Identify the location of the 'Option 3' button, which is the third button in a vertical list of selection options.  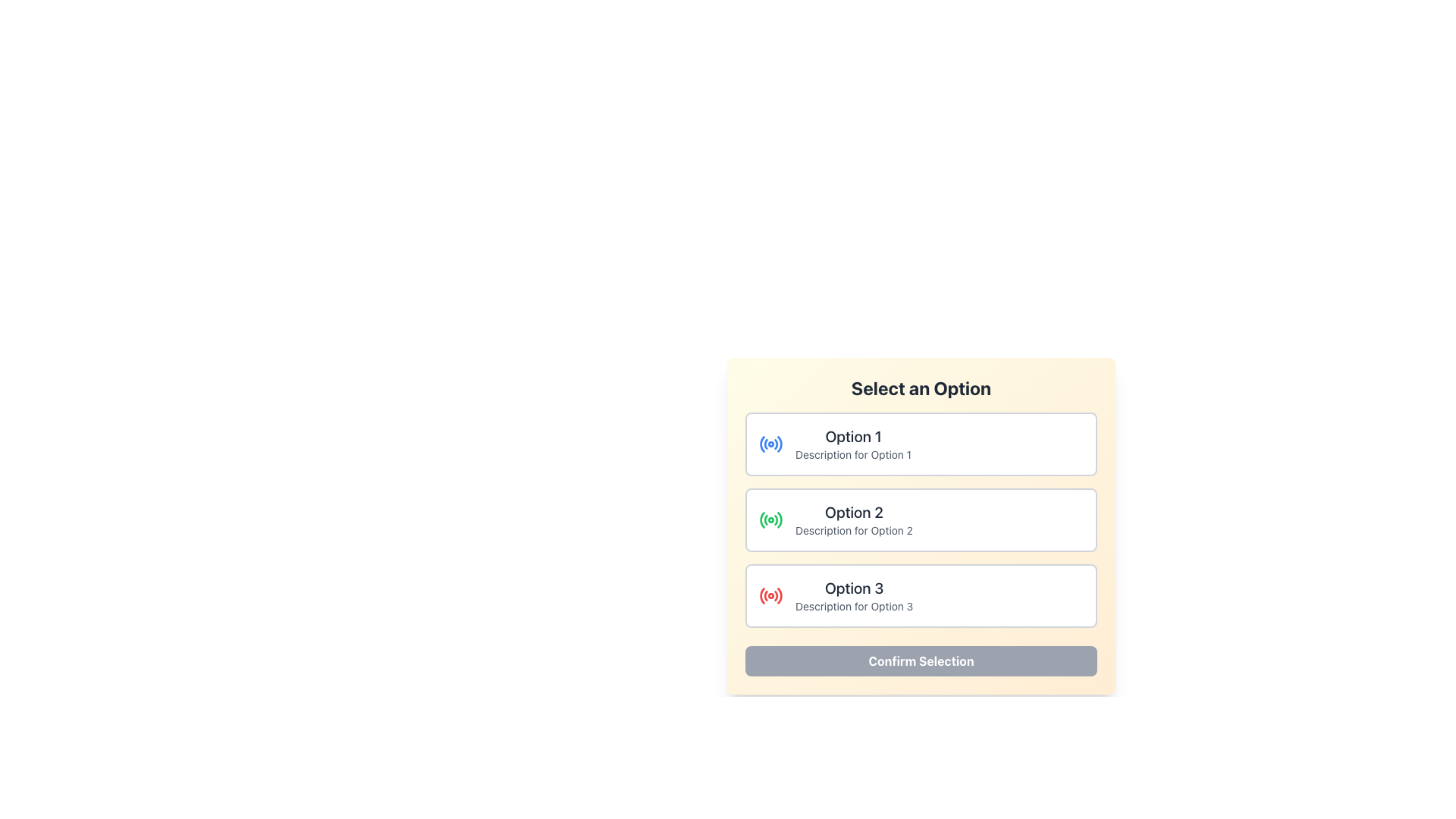
(920, 595).